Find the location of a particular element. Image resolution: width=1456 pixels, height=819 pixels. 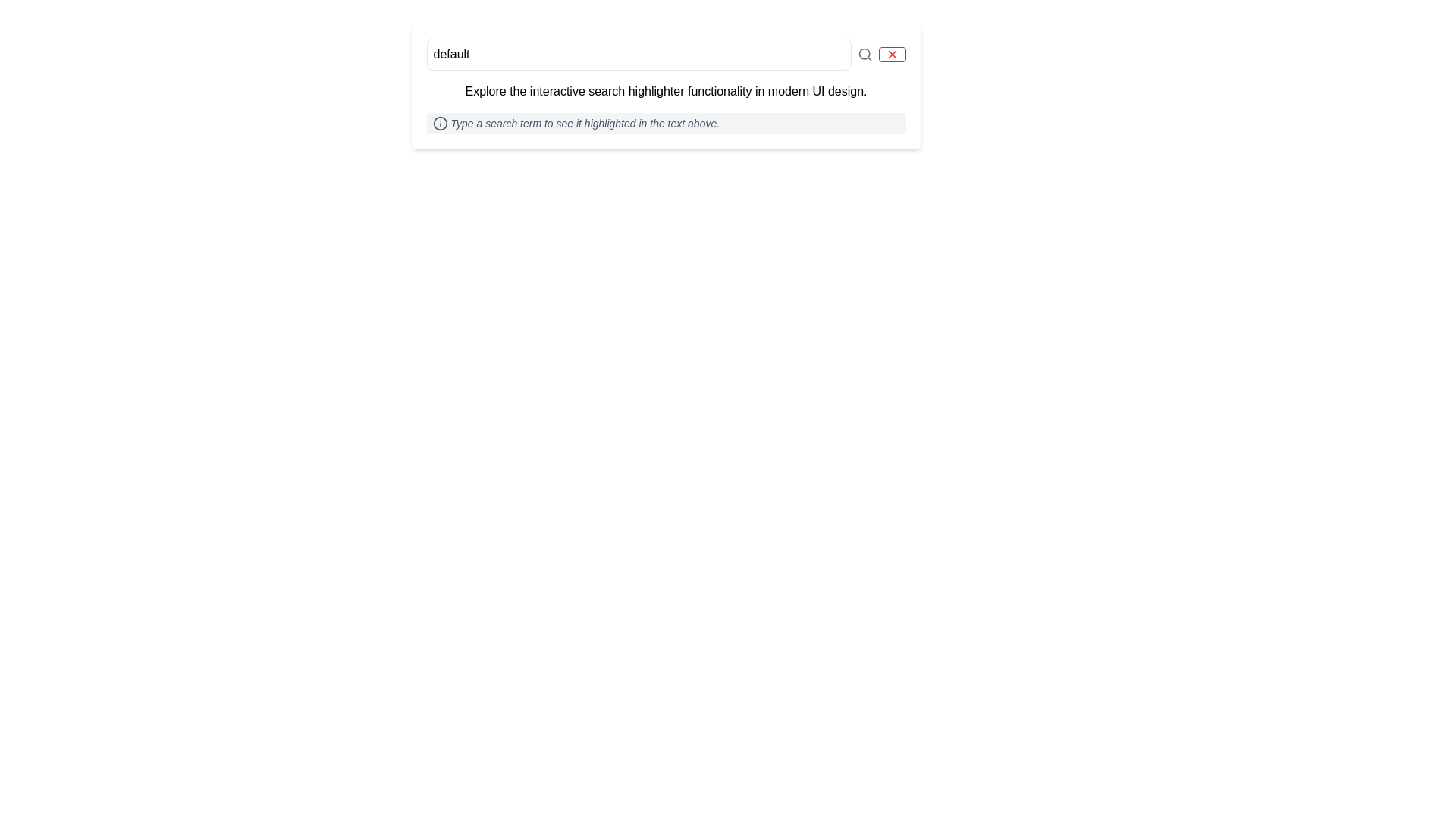

the 'X' icon button located at the top-right corner of the dialog is located at coordinates (892, 54).